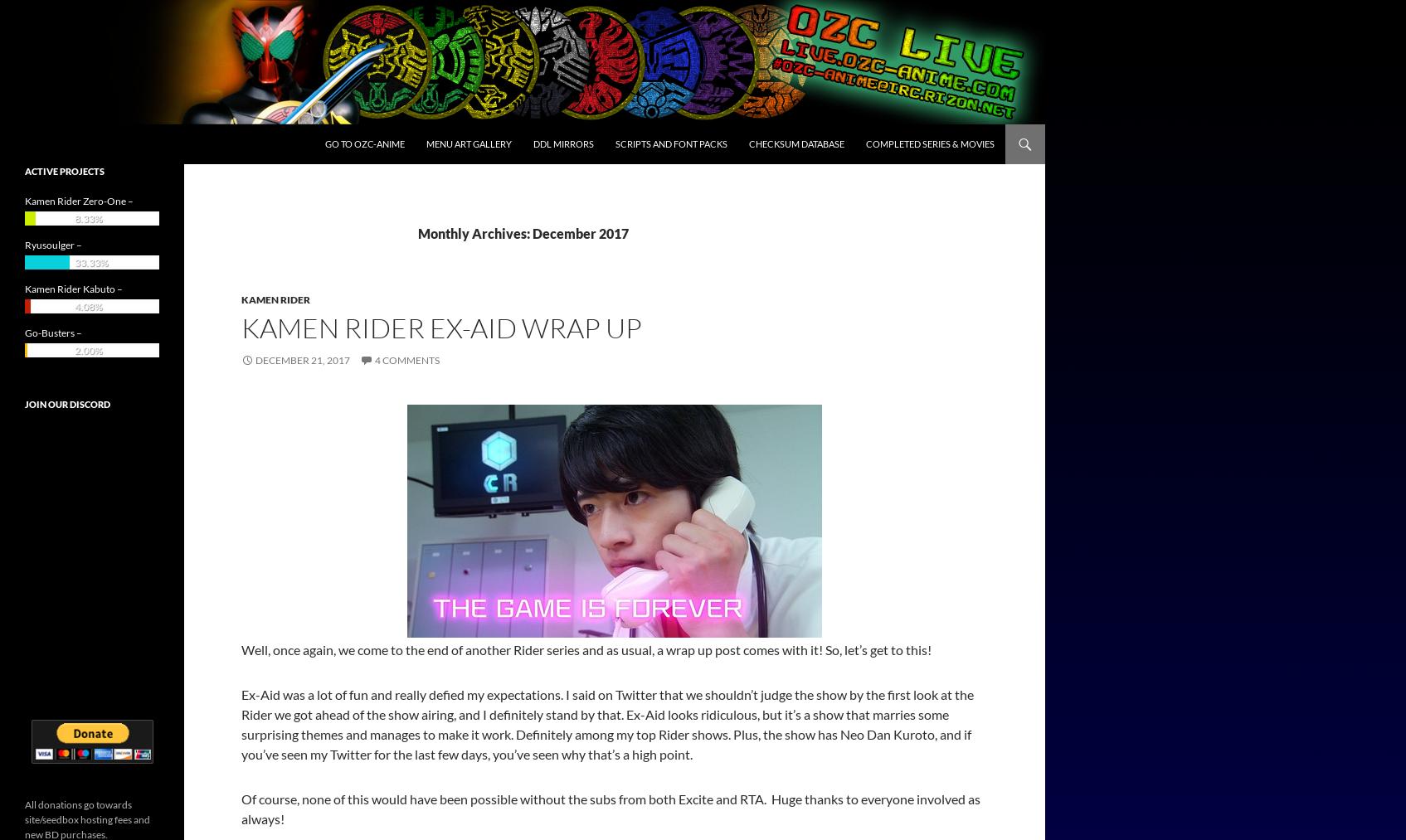  What do you see at coordinates (864, 143) in the screenshot?
I see `'Completed Series & Movies'` at bounding box center [864, 143].